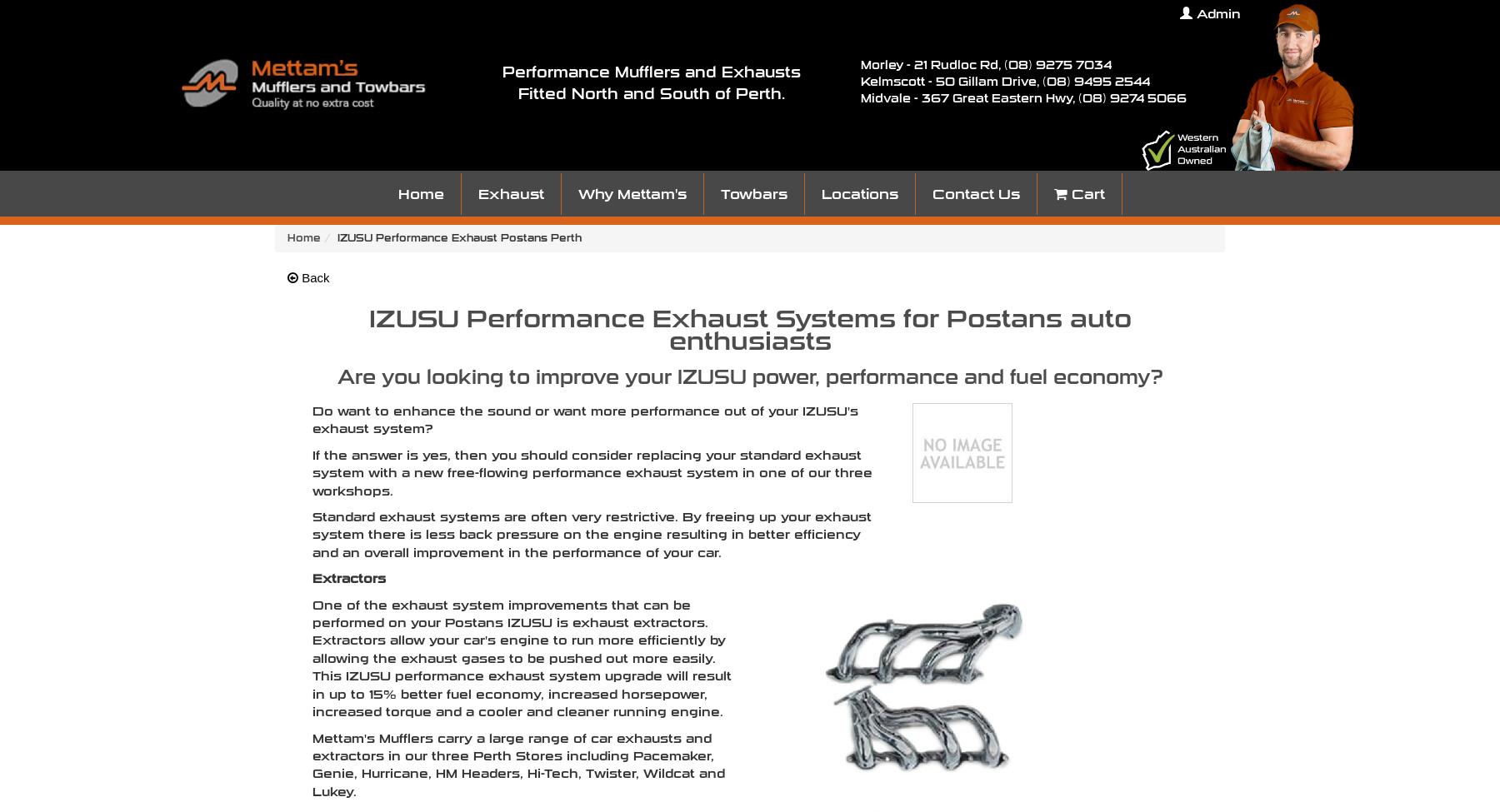 The image size is (1500, 812). Describe the element at coordinates (522, 658) in the screenshot. I see `'One of the exhaust system improvements that can be performed on your Postans IZUSU is exhaust extractors. Extractors allow your car's engine to run more efficiently by allowing the exhaust gases to be pushed out more easily. This IZUSU performance exhaust system upgrade will result in up to 15% better fuel economy, increased horsepower, increased torque and a cooler and cleaner running engine.'` at that location.